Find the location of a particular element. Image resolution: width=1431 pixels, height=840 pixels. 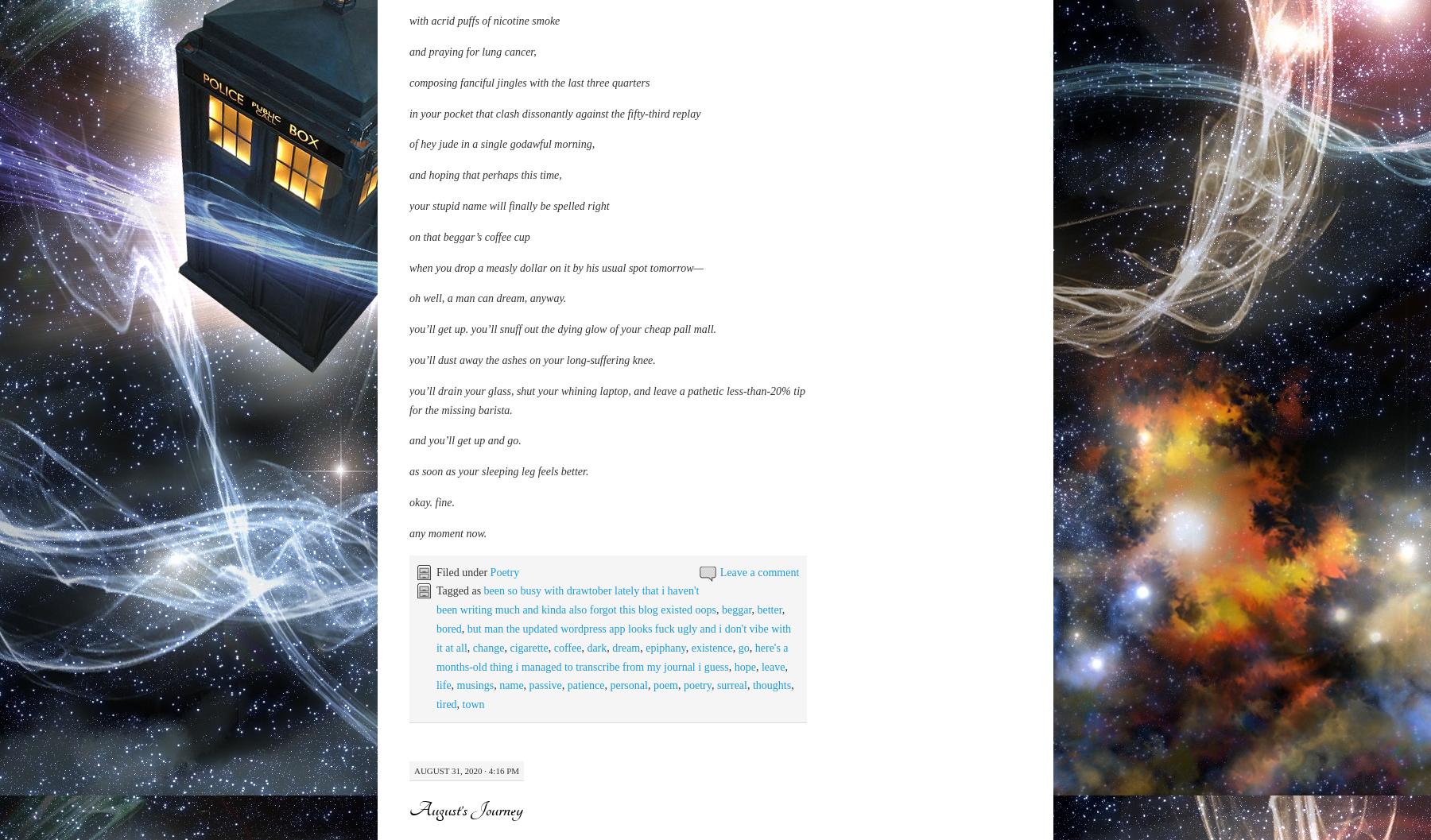

'and you’ll get up and go.' is located at coordinates (464, 584).